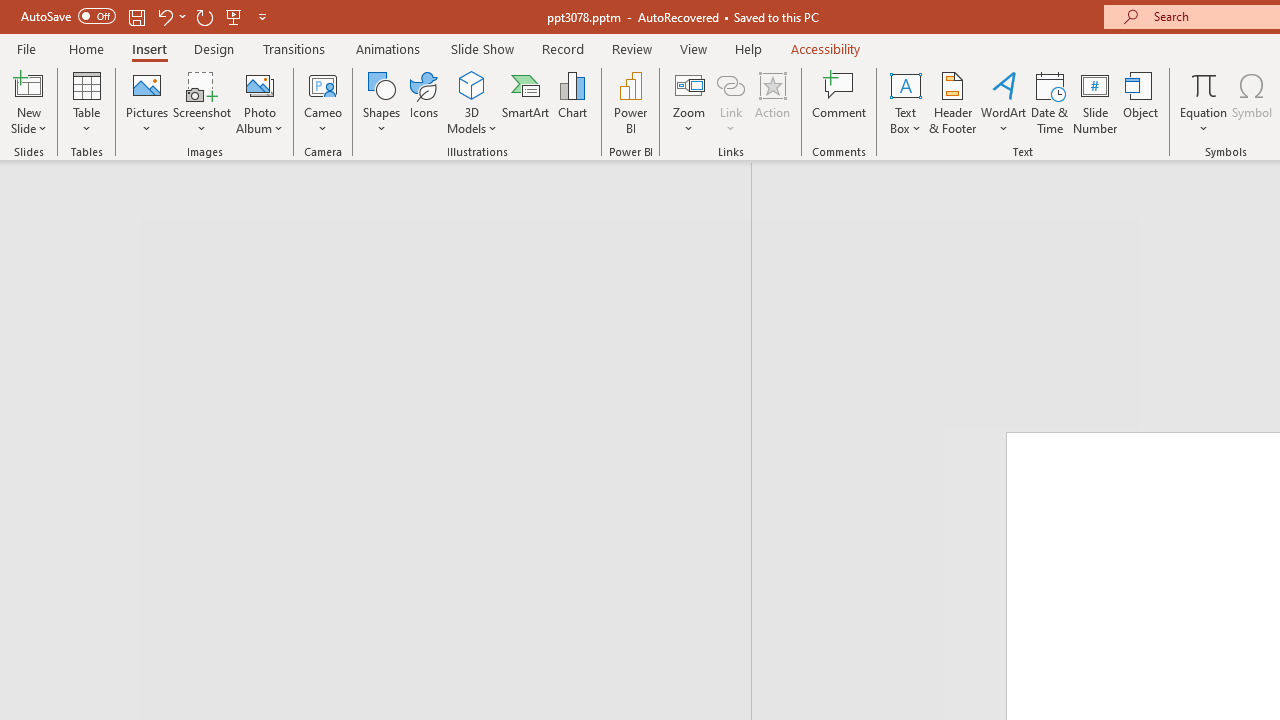 The image size is (1280, 720). Describe the element at coordinates (730, 103) in the screenshot. I see `'Link'` at that location.